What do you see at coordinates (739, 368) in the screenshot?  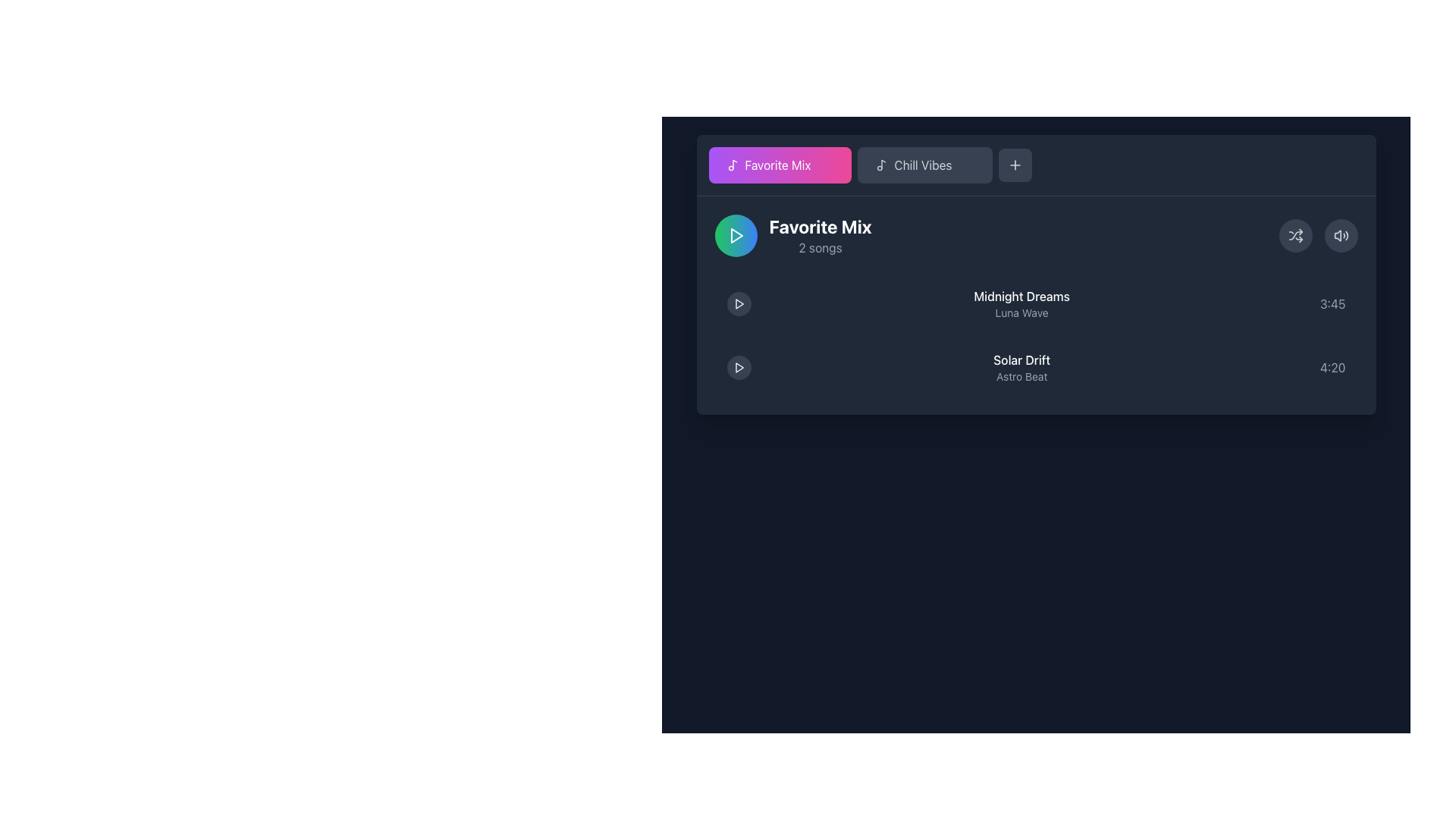 I see `the control icon for the 'Solar Drift' track located beneath the 'Favorite Mix' header` at bounding box center [739, 368].